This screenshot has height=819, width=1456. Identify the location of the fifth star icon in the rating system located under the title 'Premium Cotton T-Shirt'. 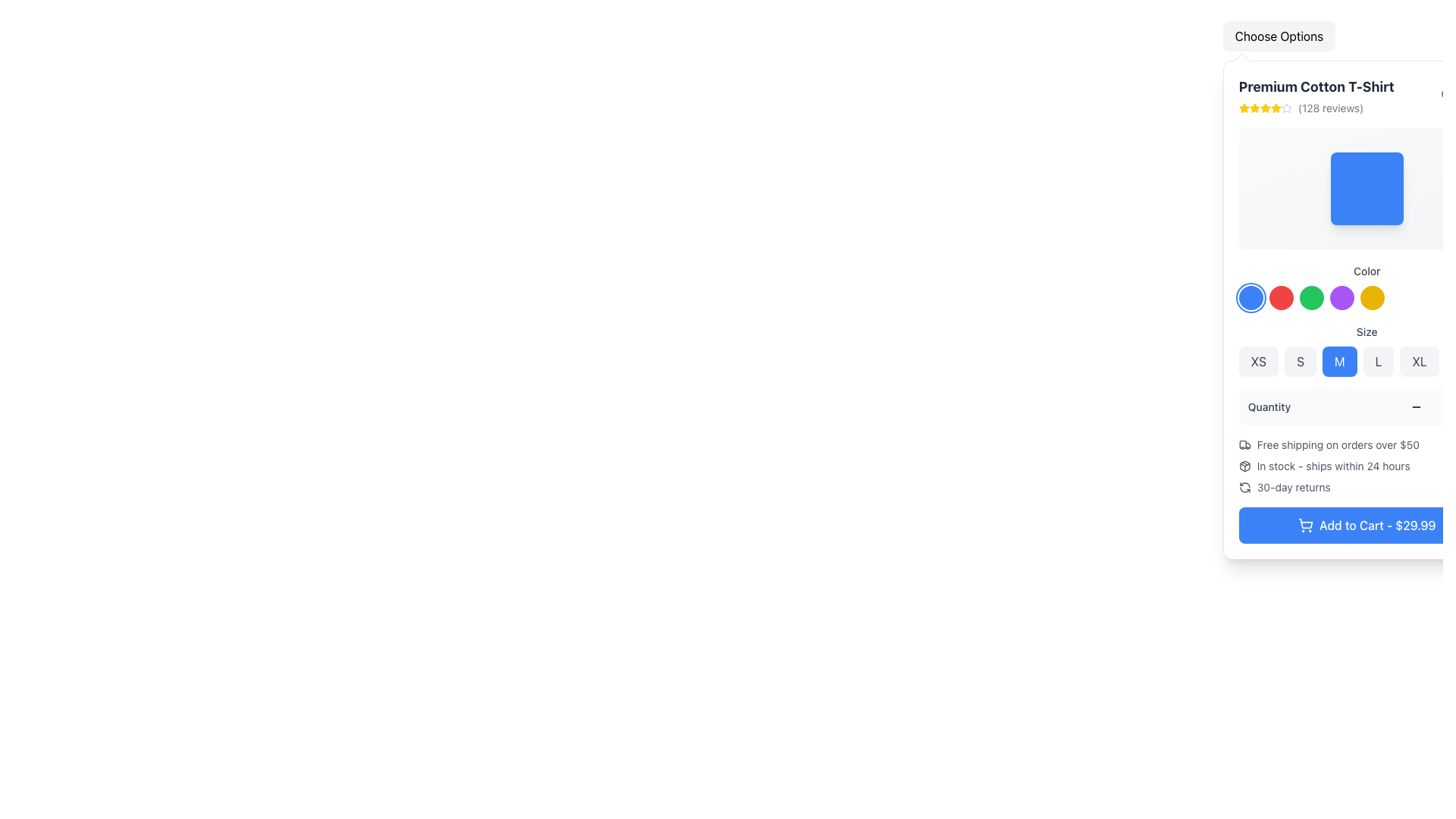
(1285, 107).